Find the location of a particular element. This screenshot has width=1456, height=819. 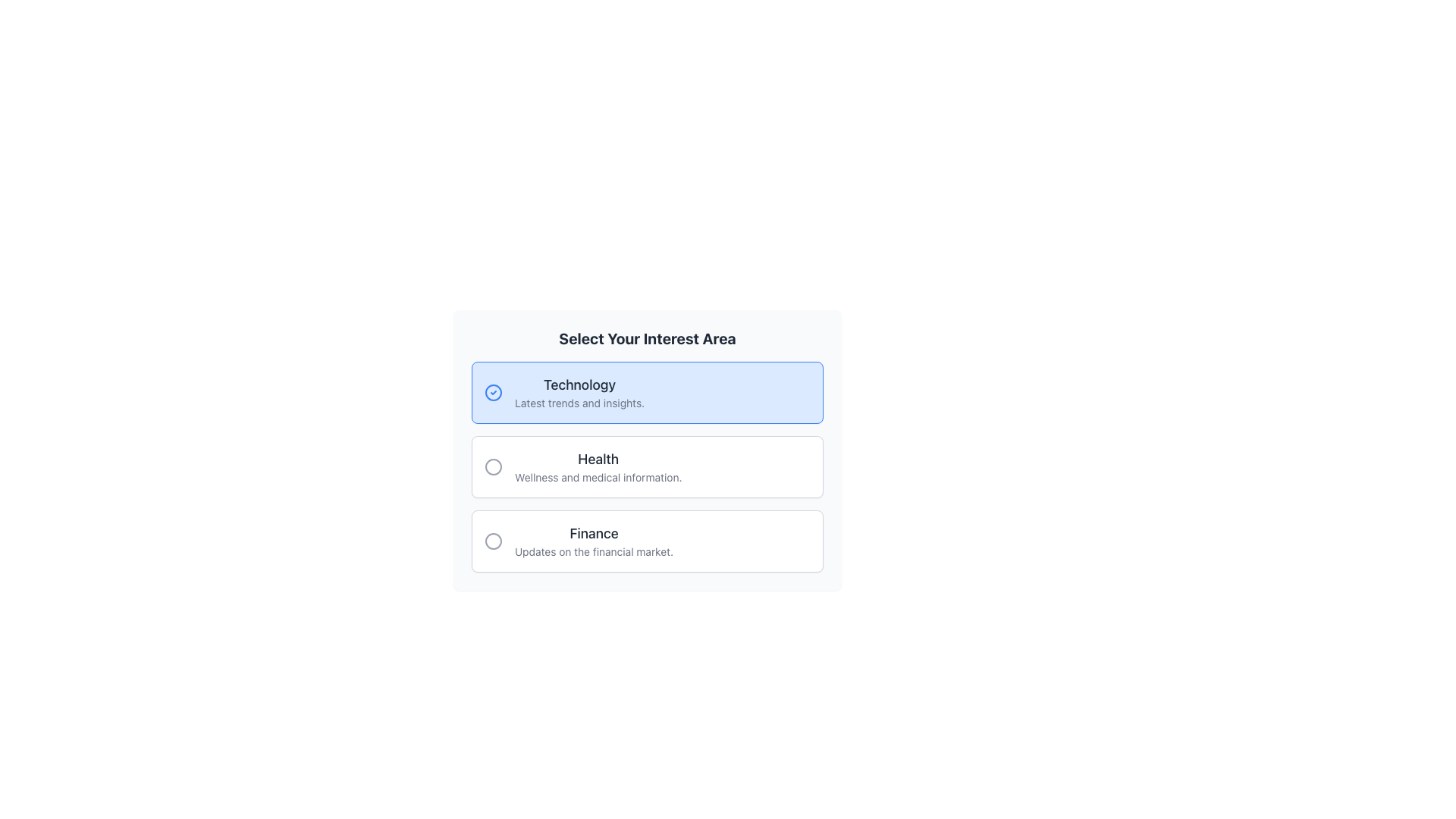

the selectable card for the 'Finance' topic, which is the third card in a vertical list located below the 'Health' card is located at coordinates (648, 540).